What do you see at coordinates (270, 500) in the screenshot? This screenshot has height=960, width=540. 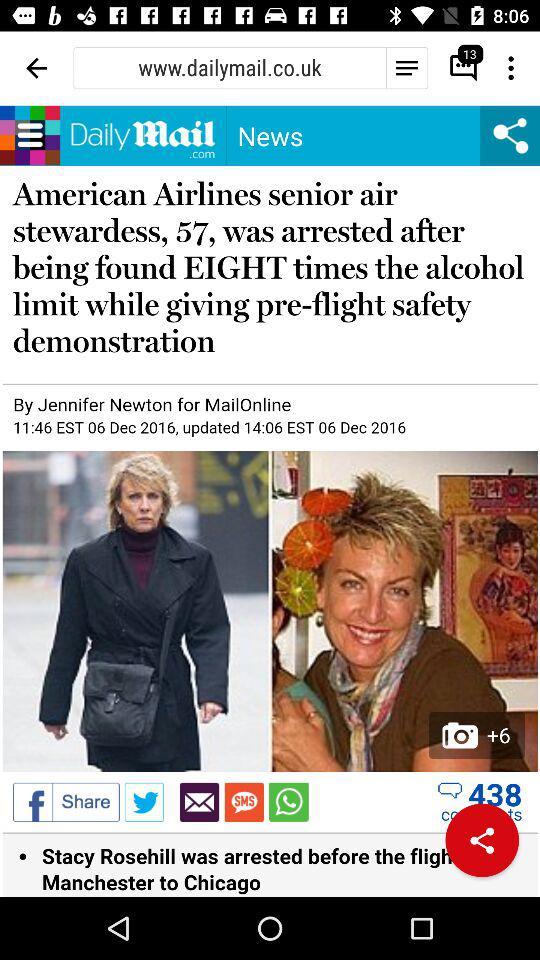 I see `article` at bounding box center [270, 500].